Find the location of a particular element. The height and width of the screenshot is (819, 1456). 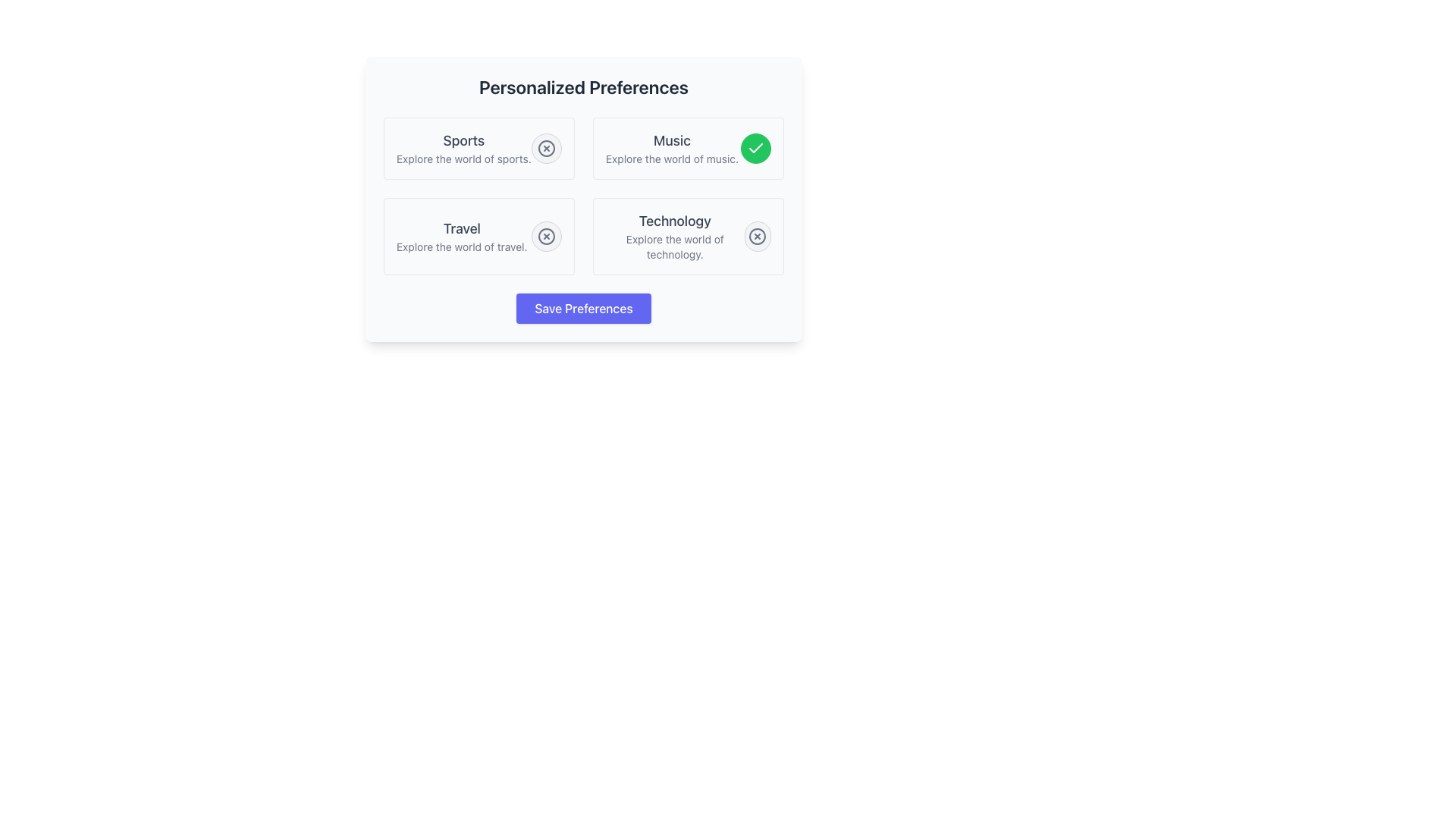

the text label displaying 'Explore the world of sports.' located below the 'Sports' title in the Sports preference section is located at coordinates (463, 158).